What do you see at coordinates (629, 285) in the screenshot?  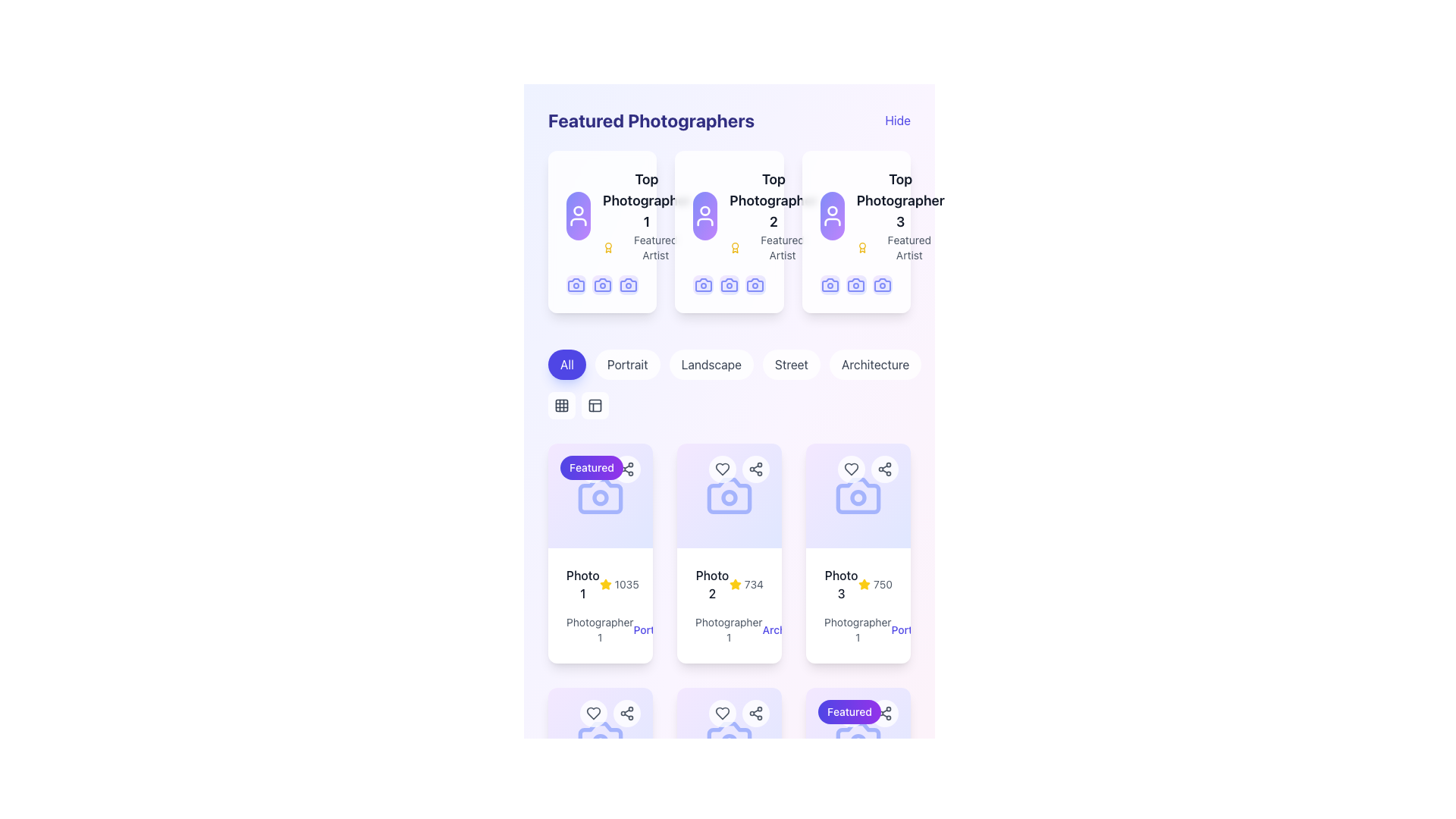 I see `the second icon in the bottom row of icons within the first card in the 'Featured Photographers' section` at bounding box center [629, 285].